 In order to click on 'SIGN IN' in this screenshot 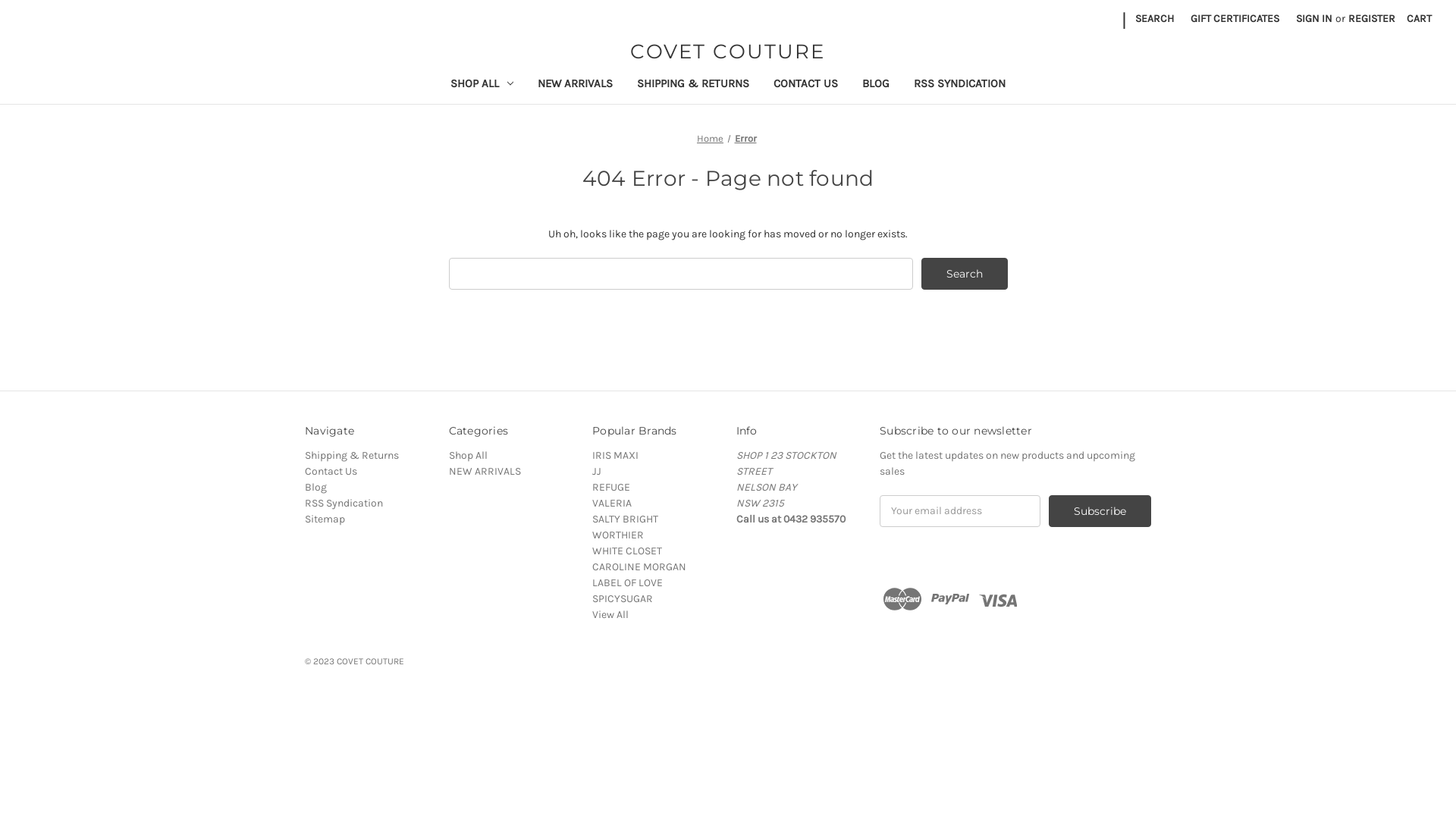, I will do `click(1313, 18)`.